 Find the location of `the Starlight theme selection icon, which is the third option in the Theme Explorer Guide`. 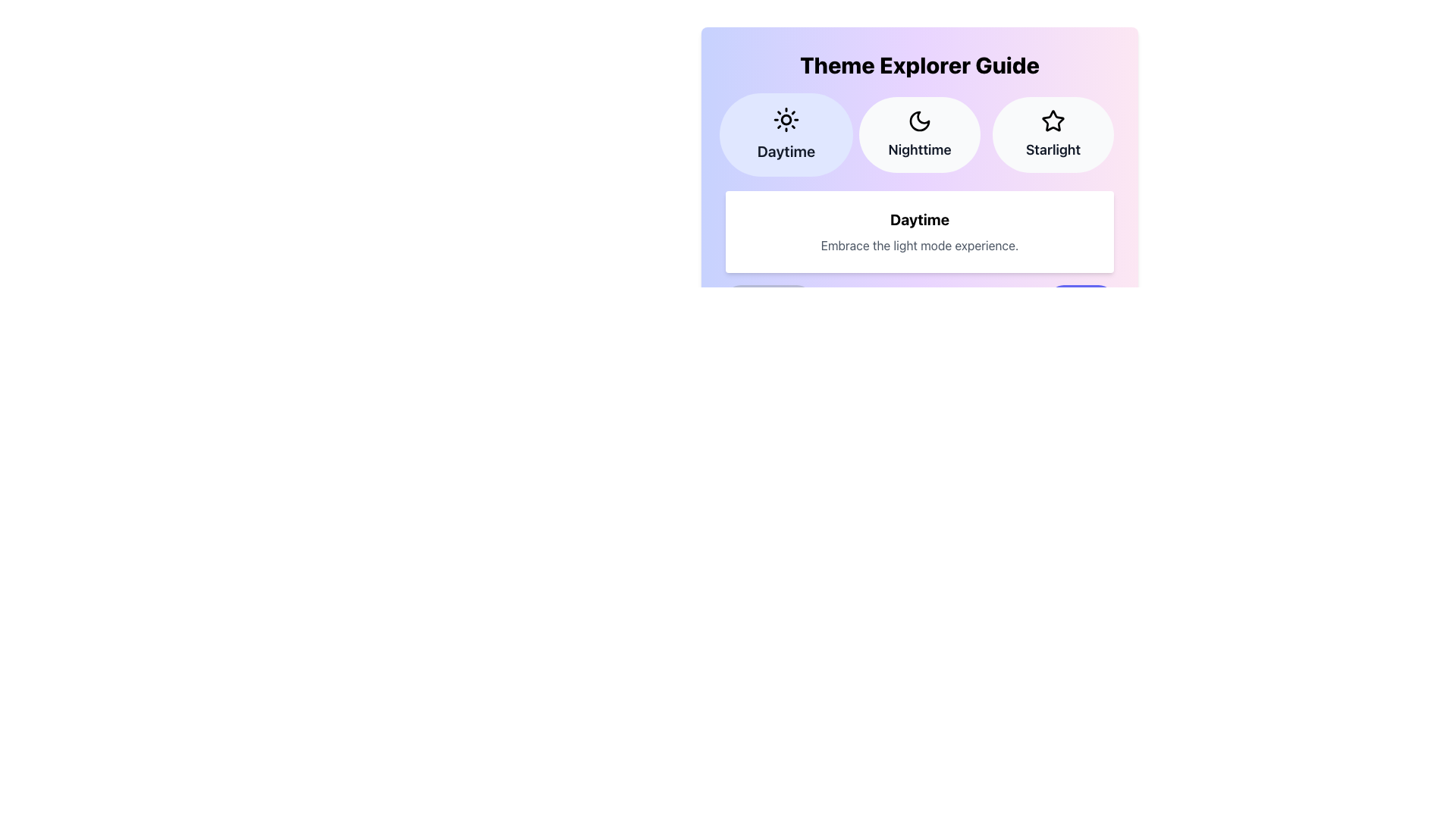

the Starlight theme selection icon, which is the third option in the Theme Explorer Guide is located at coordinates (1052, 120).